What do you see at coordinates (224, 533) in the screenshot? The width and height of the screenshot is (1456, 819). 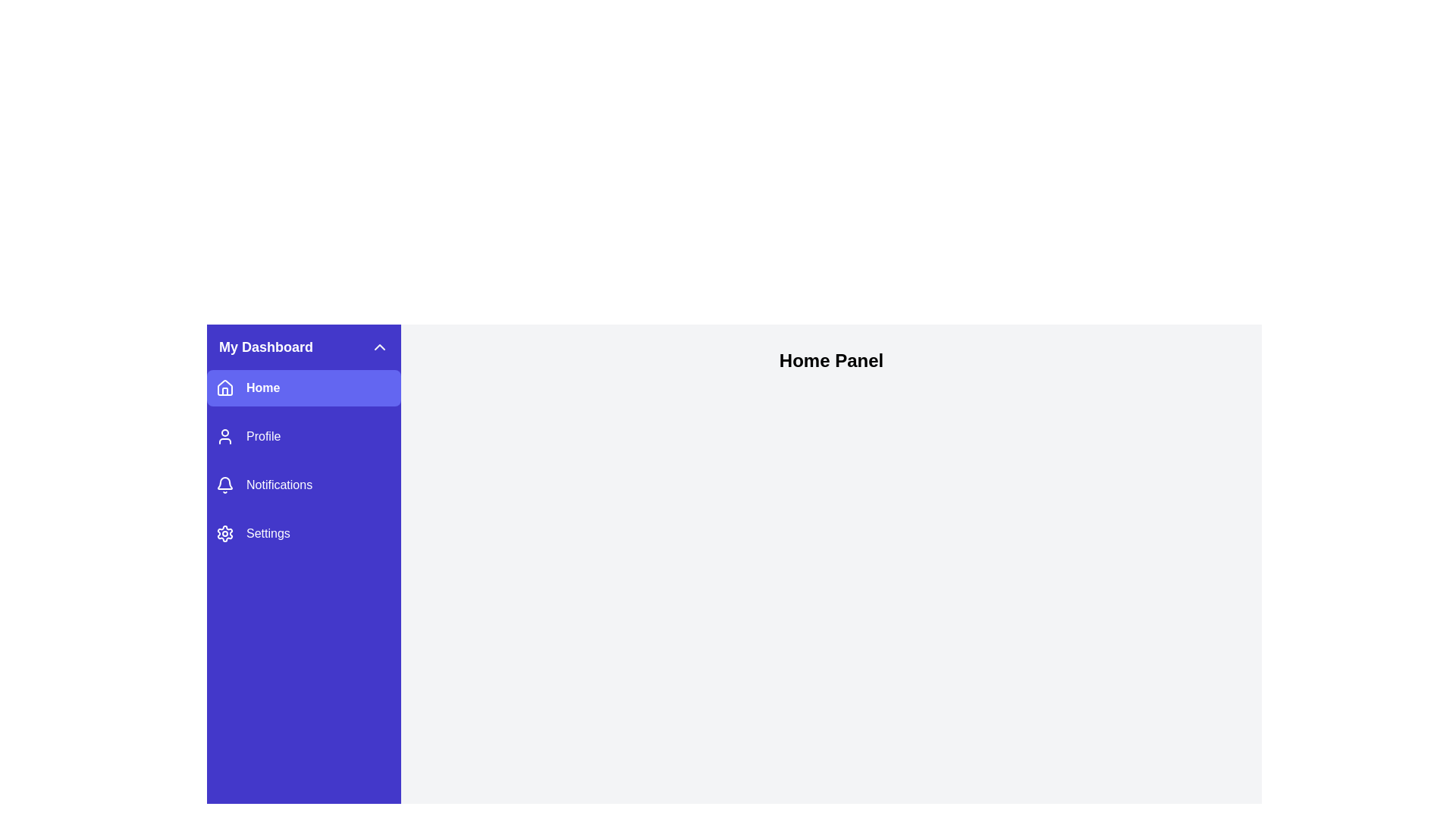 I see `the 'Settings' icon located in the left sidebar of the application` at bounding box center [224, 533].